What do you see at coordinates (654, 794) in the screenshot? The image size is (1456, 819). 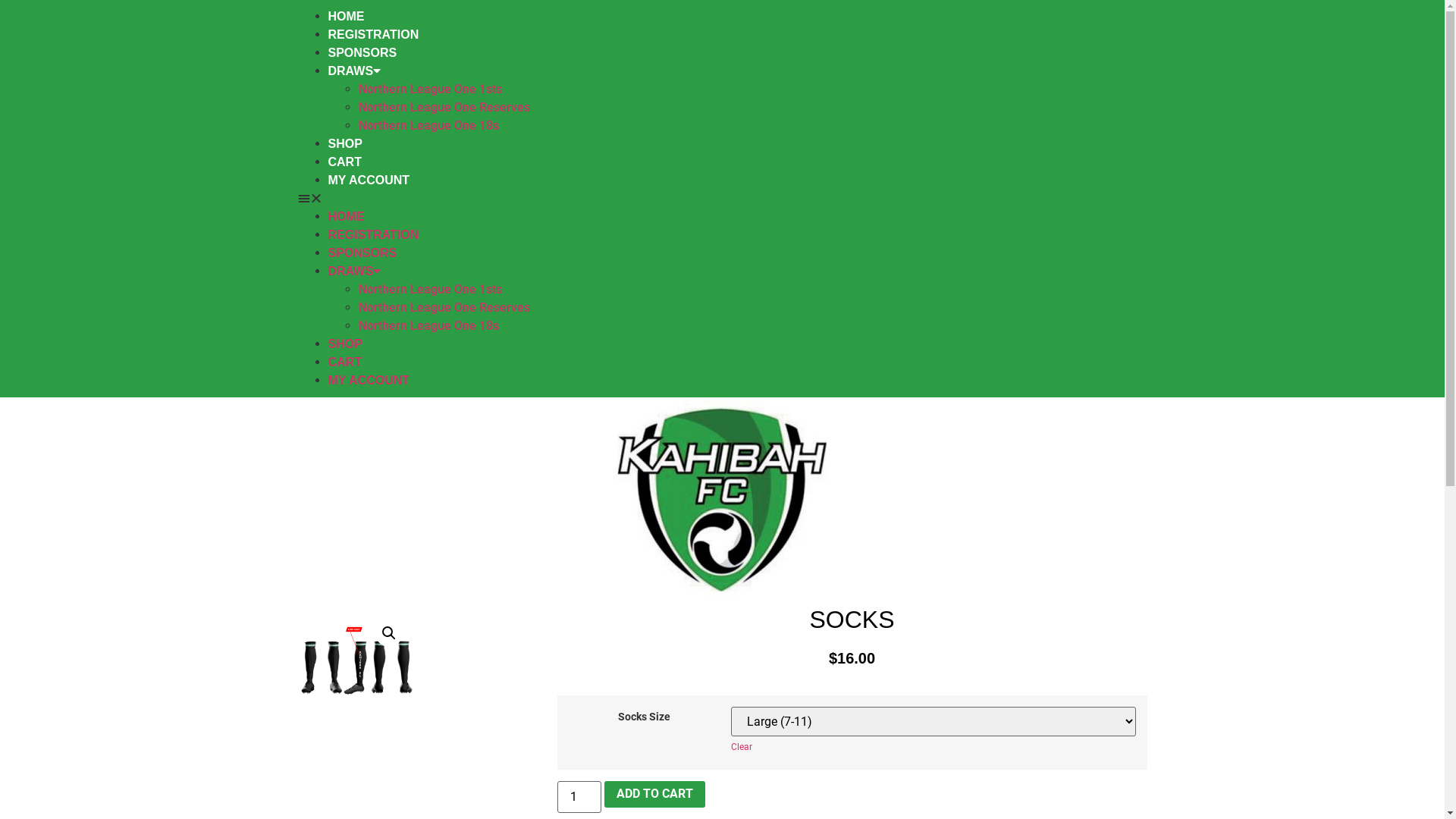 I see `'ADD TO CART'` at bounding box center [654, 794].